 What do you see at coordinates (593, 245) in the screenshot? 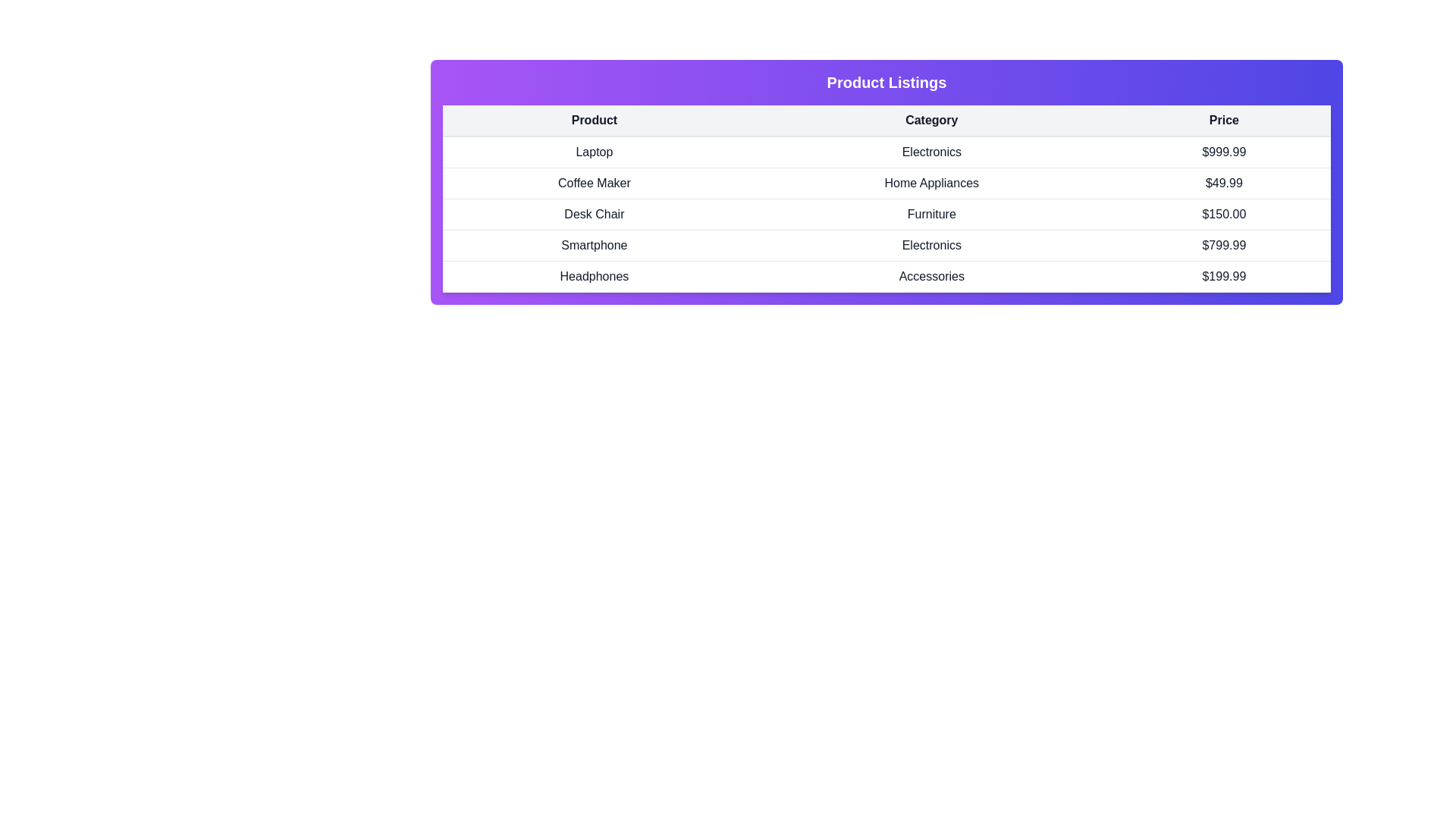
I see `the product name text label located in the fourth row of the table under the 'Product' column` at bounding box center [593, 245].